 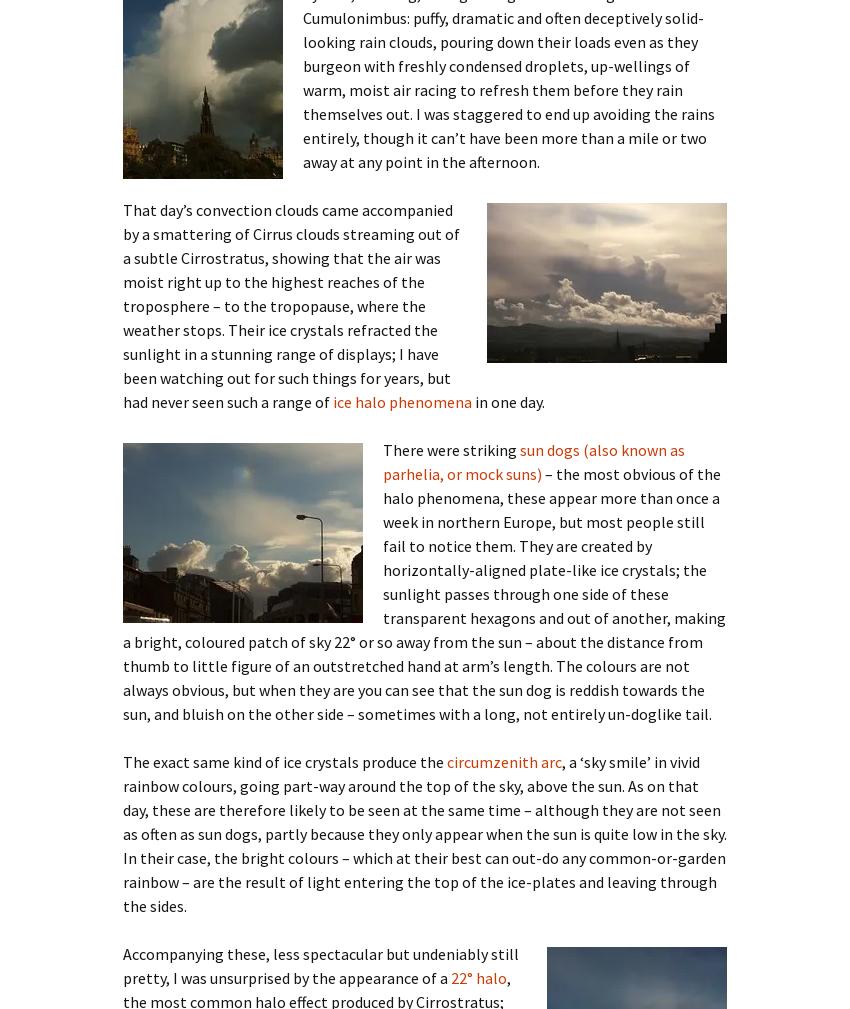 What do you see at coordinates (532, 460) in the screenshot?
I see `'sun dogs (also known as parhelia, or mock suns)'` at bounding box center [532, 460].